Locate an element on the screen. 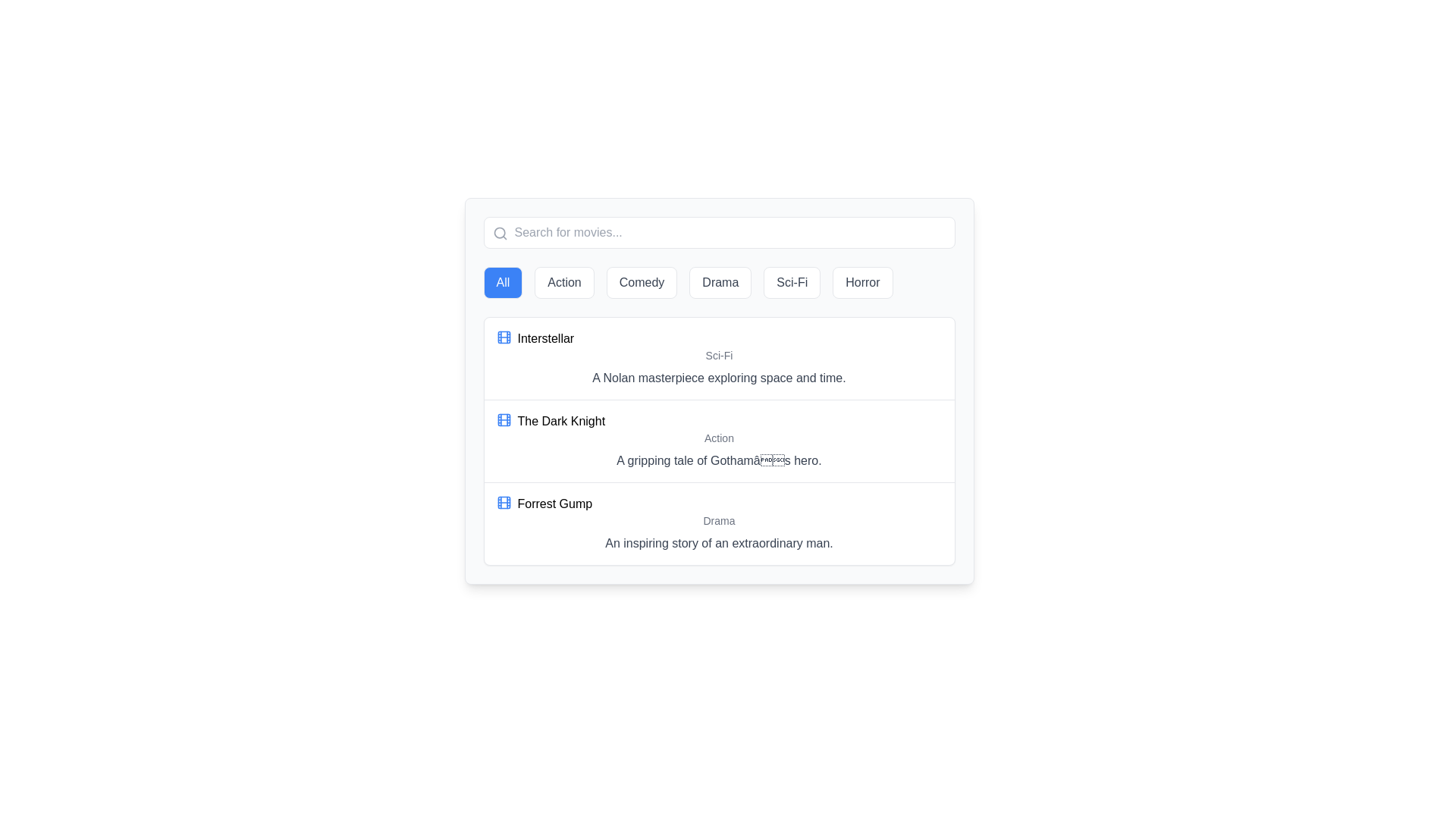 This screenshot has height=819, width=1456. the 'All' filter button, which is the first button in a horizontal list of filter buttons located below the search bar is located at coordinates (503, 283).